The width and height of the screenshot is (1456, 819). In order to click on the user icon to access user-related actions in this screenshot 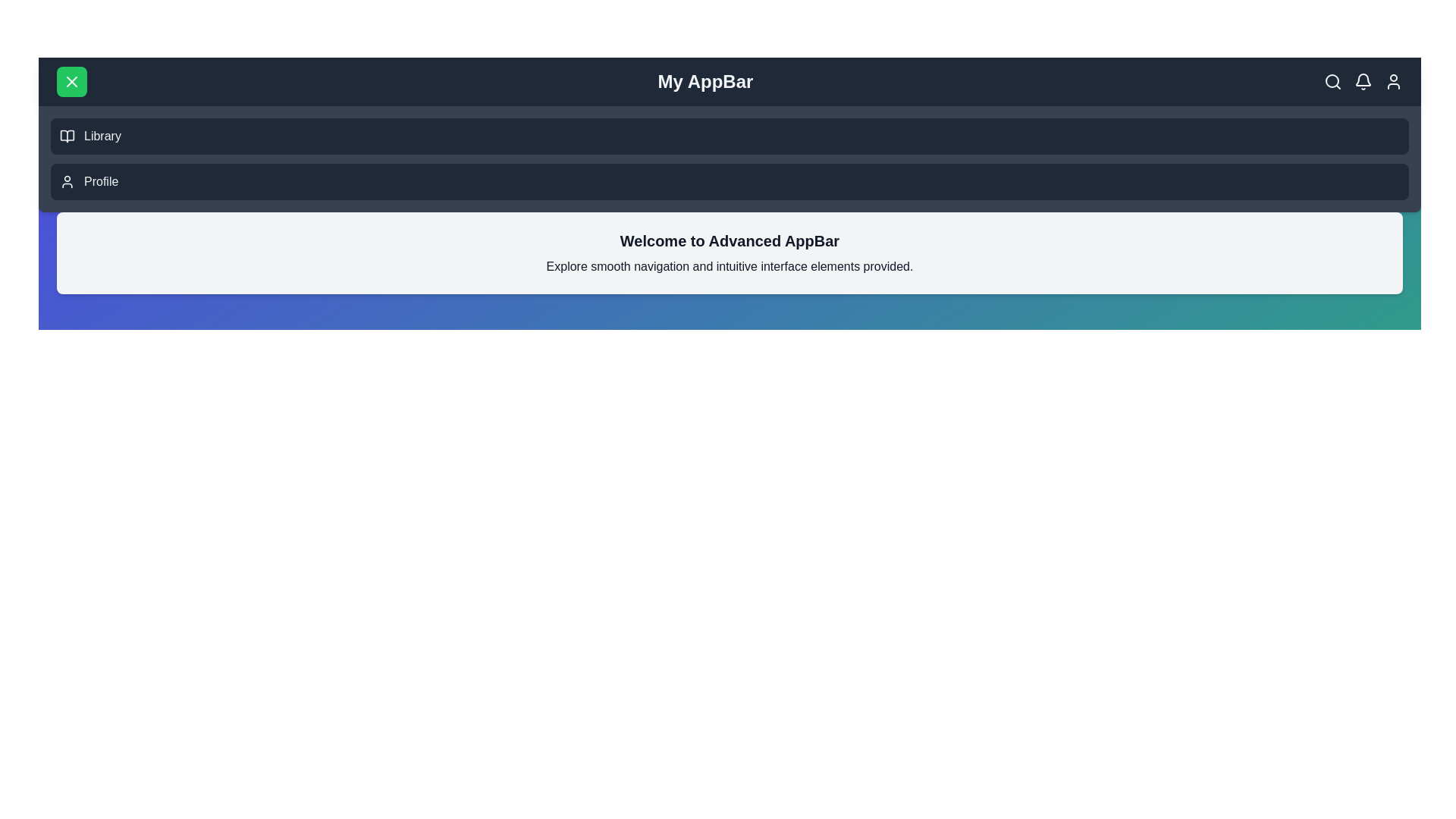, I will do `click(1394, 82)`.